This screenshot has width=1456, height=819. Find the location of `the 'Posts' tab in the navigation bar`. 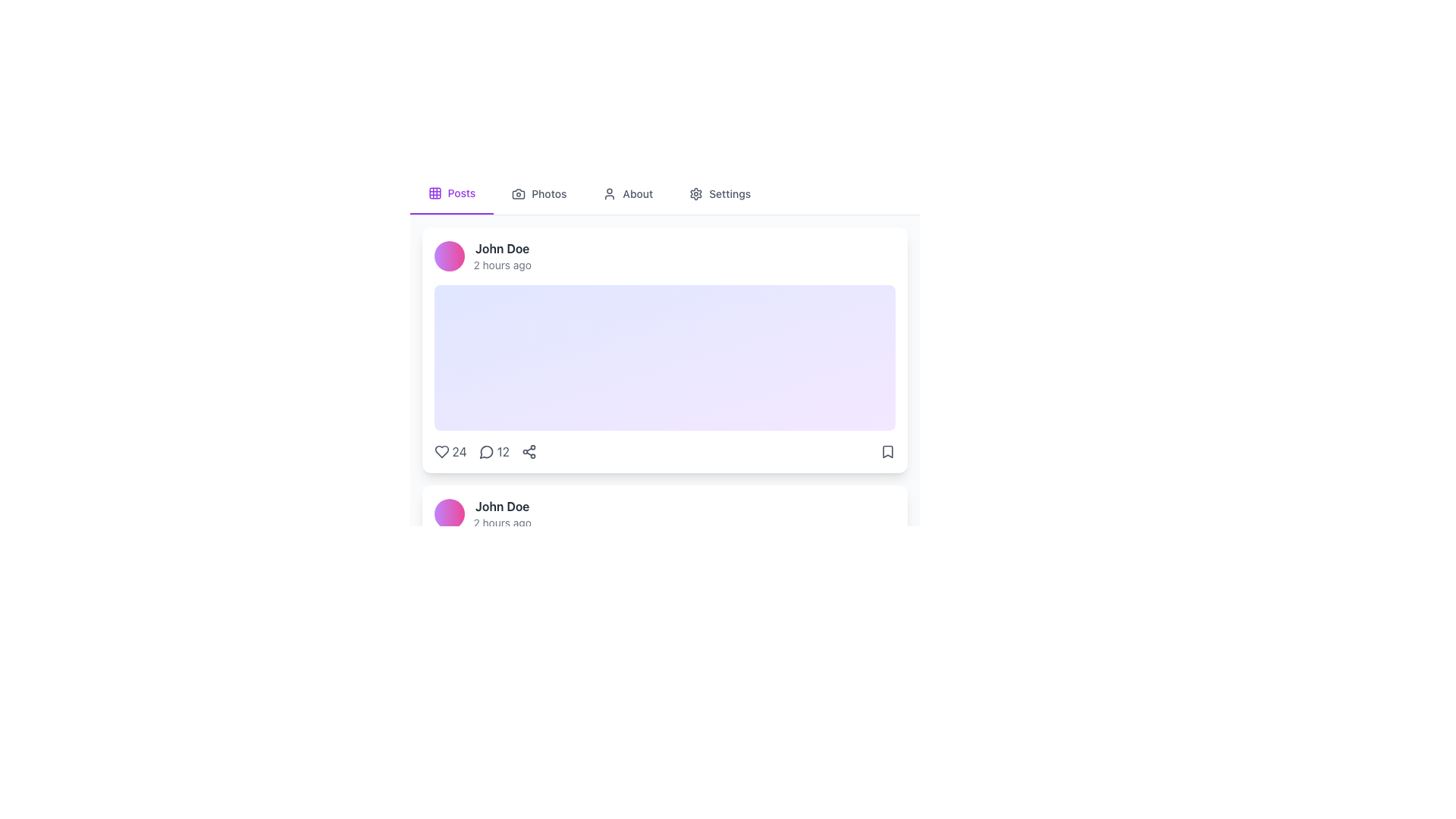

the 'Posts' tab in the navigation bar is located at coordinates (450, 193).